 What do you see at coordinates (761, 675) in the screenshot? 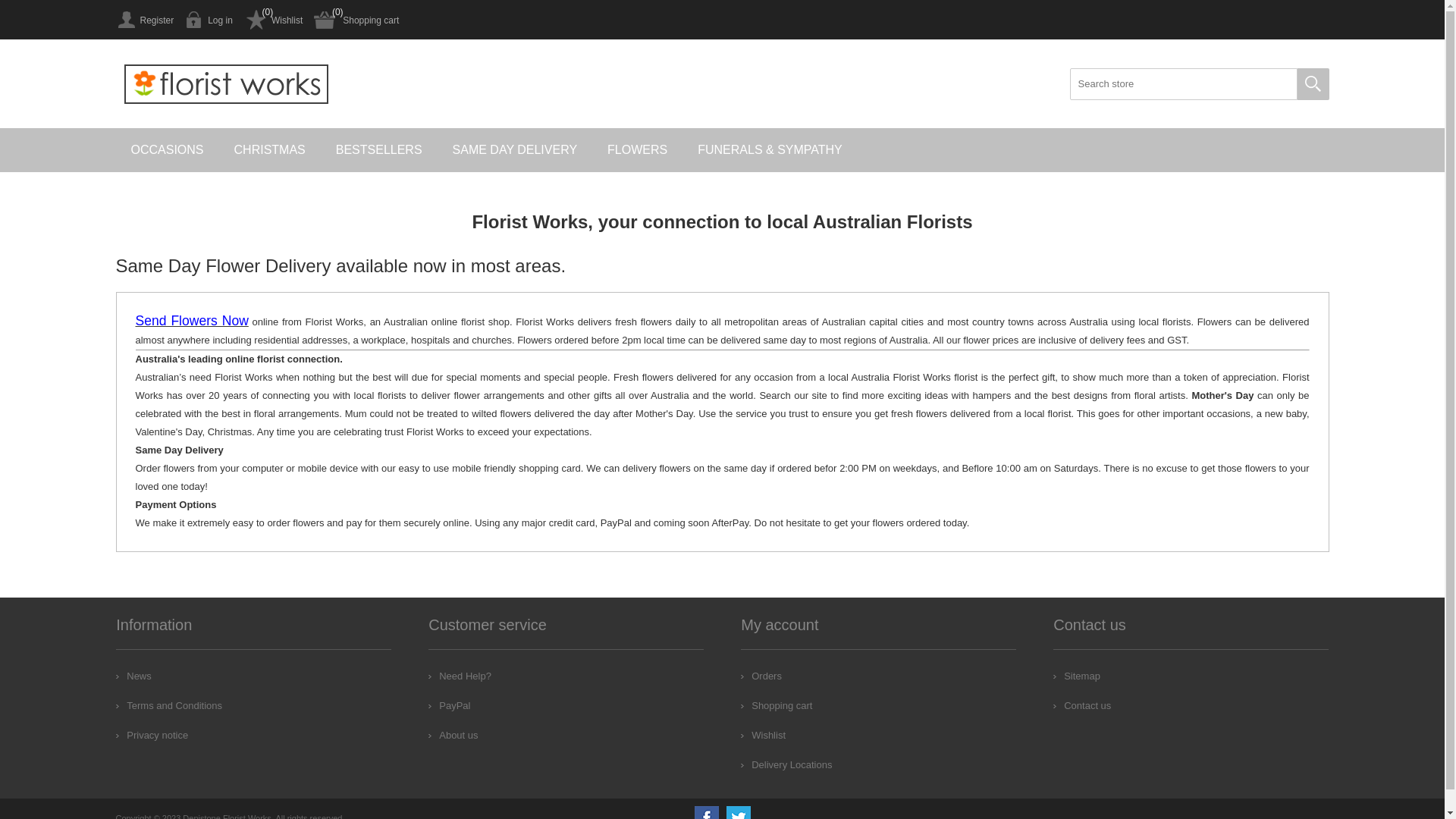
I see `'Orders'` at bounding box center [761, 675].